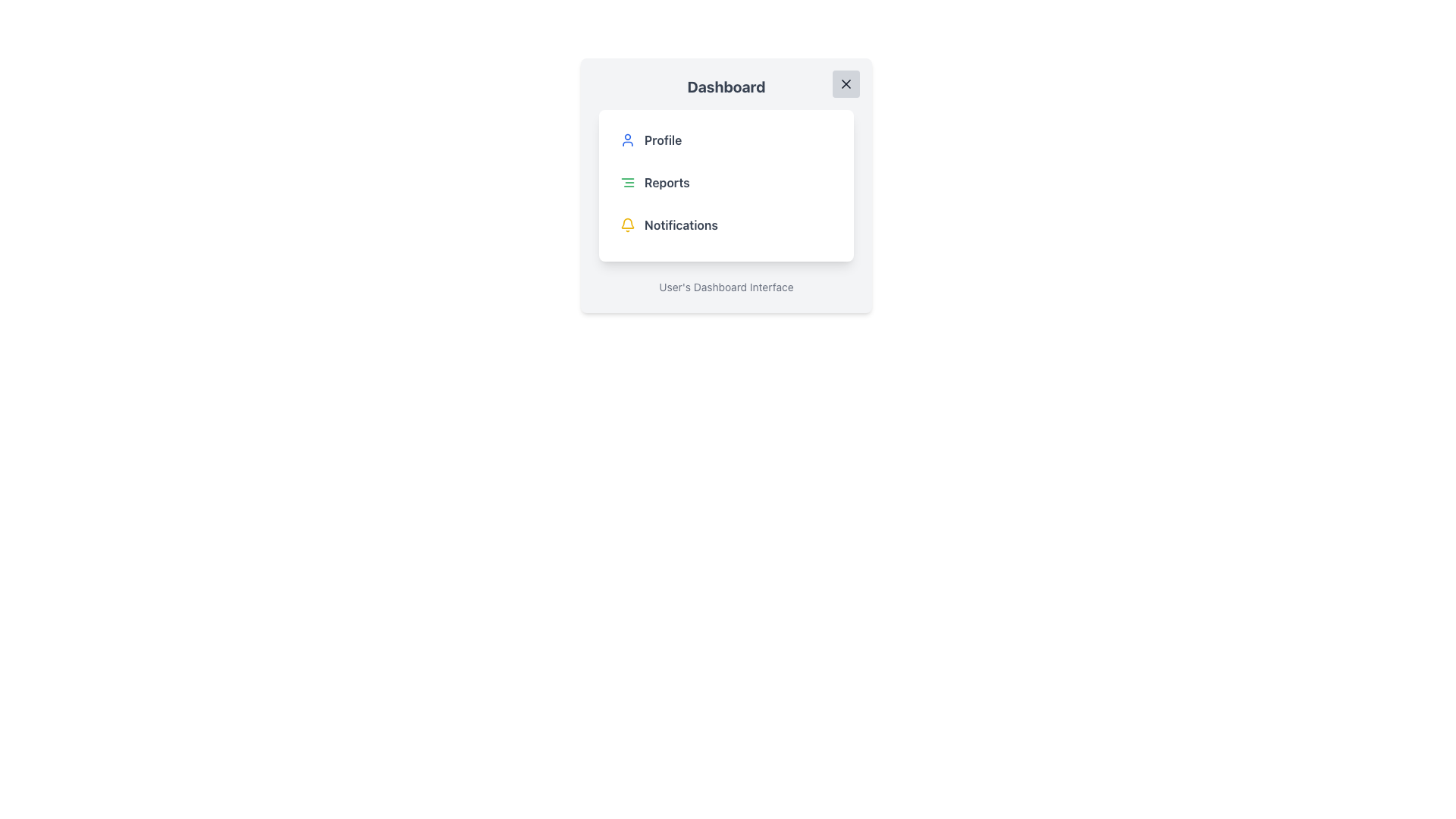 This screenshot has height=819, width=1456. I want to click on the text display element that prominently shows the word 'Dashboard' in bold, large gray font at the top-center of its card-like interface panel, so click(726, 87).